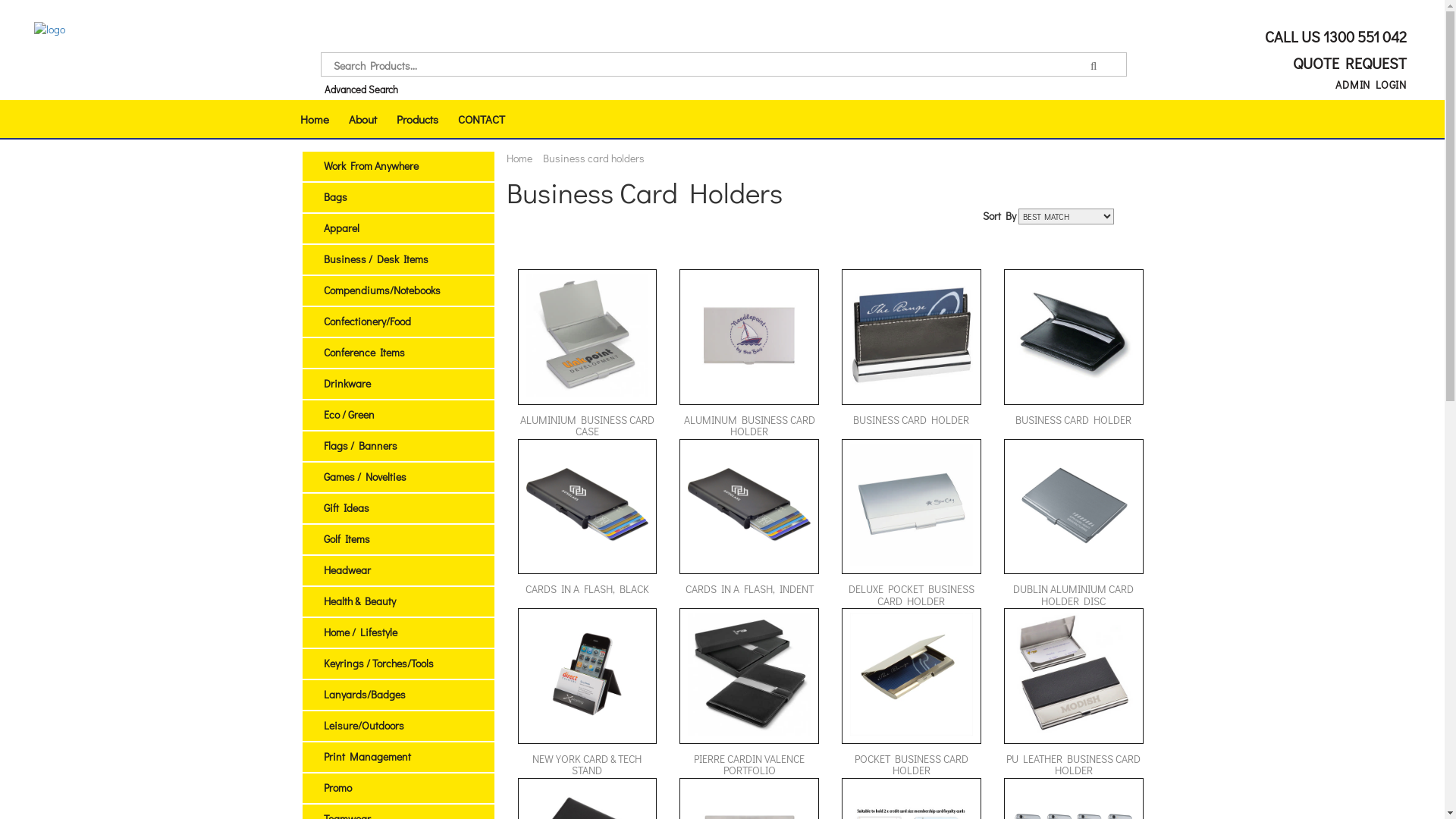 This screenshot has height=819, width=1456. Describe the element at coordinates (910, 522) in the screenshot. I see `'DELUXE POCKET BUSINESS CARD HOLDER'` at that location.